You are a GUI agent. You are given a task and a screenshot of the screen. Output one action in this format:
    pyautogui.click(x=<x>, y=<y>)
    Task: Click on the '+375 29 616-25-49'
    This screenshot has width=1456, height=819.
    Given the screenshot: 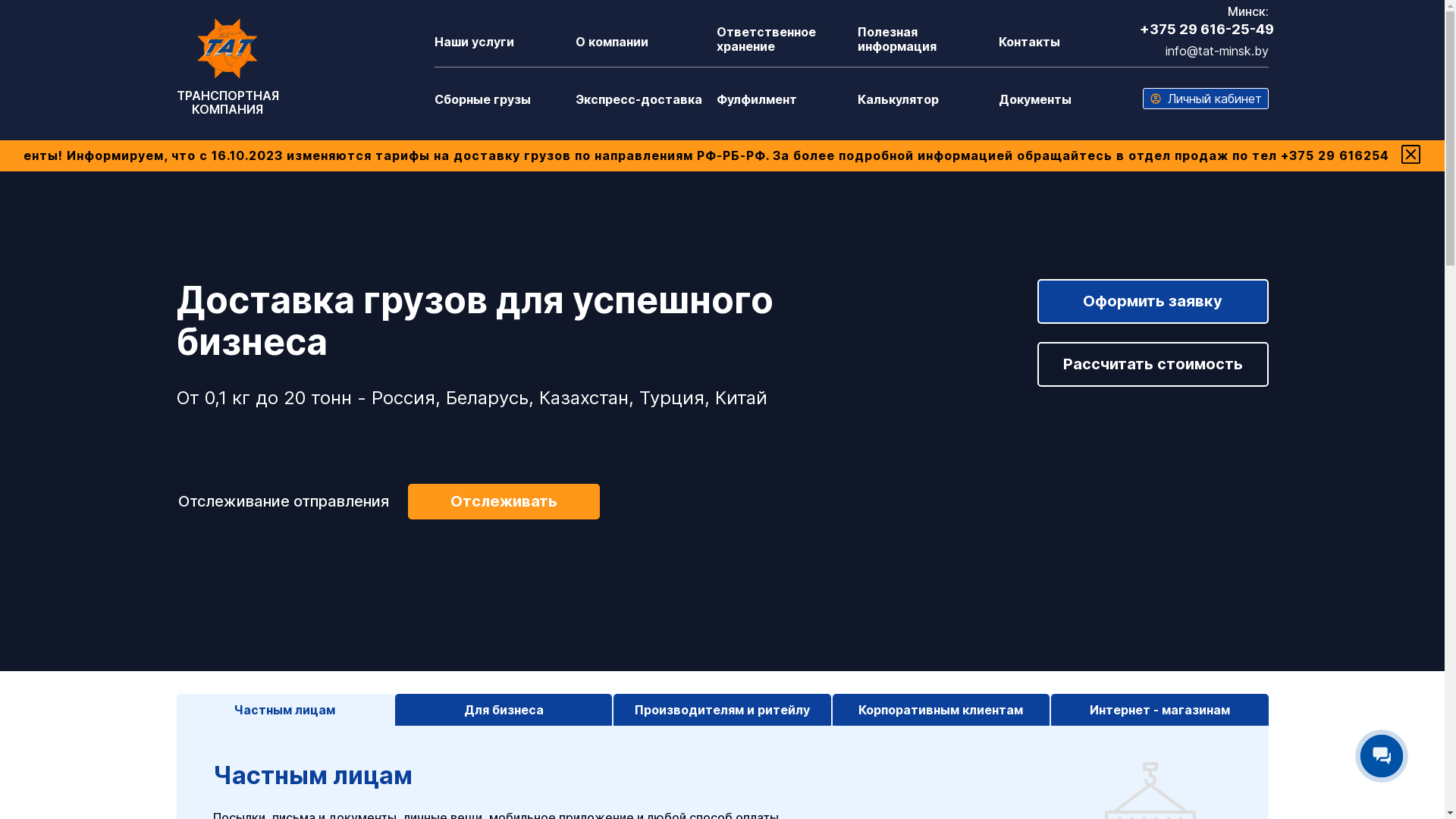 What is the action you would take?
    pyautogui.click(x=1139, y=29)
    